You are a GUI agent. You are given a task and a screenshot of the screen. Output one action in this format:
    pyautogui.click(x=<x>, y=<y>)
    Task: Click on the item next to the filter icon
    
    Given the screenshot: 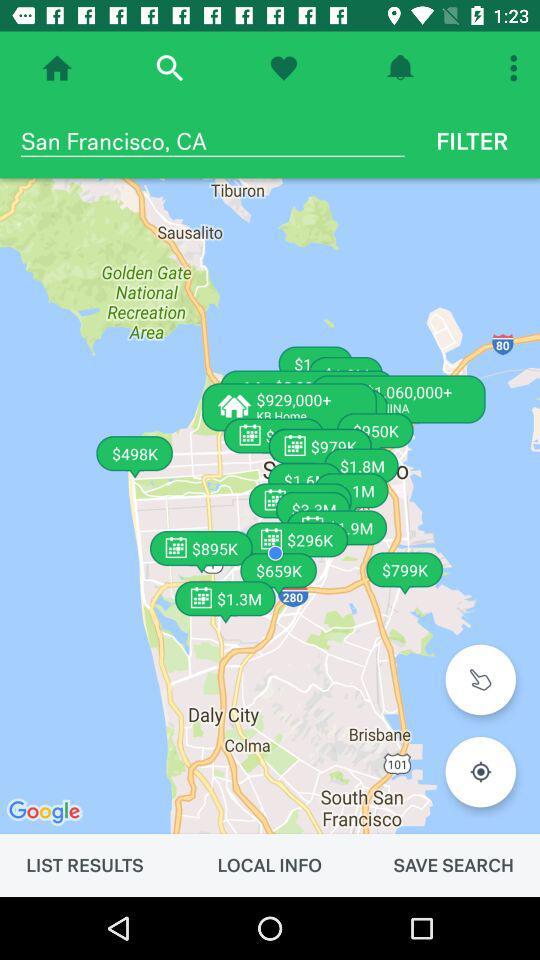 What is the action you would take?
    pyautogui.click(x=211, y=140)
    